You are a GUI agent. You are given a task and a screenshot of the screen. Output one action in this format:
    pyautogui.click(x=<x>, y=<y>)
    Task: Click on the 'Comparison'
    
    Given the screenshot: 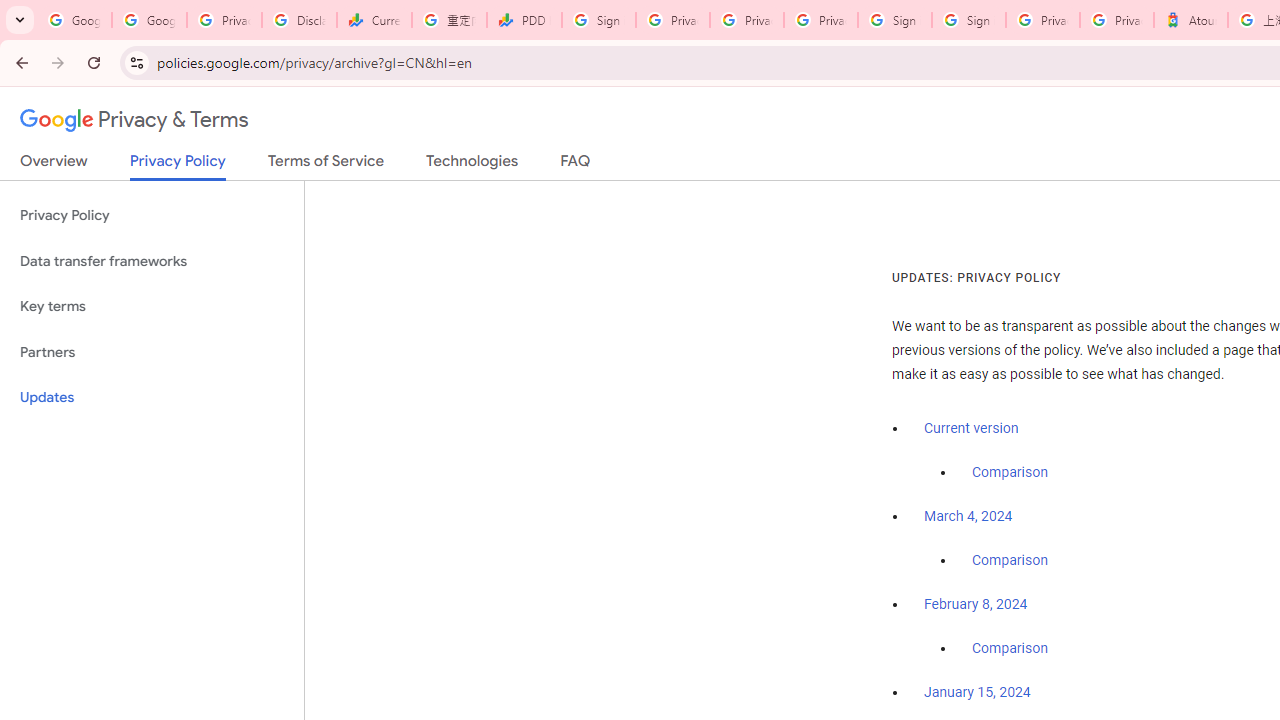 What is the action you would take?
    pyautogui.click(x=1009, y=649)
    